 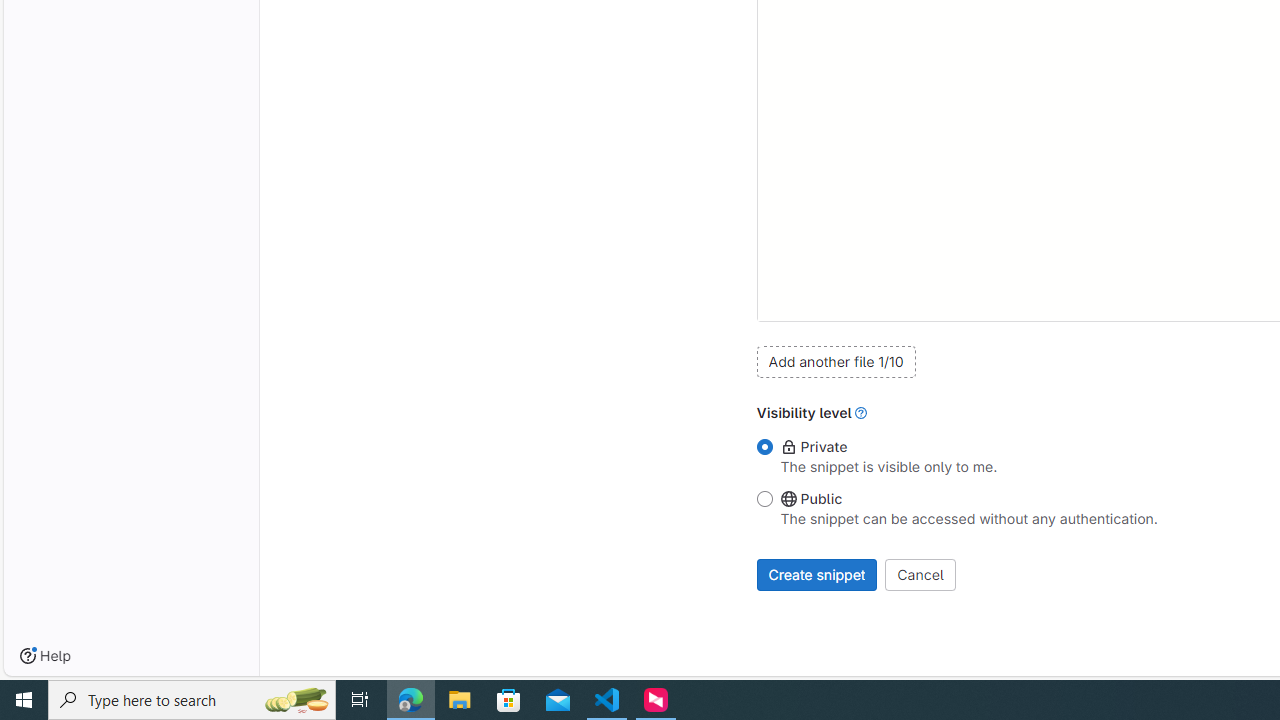 What do you see at coordinates (817, 574) in the screenshot?
I see `'Create snippet'` at bounding box center [817, 574].